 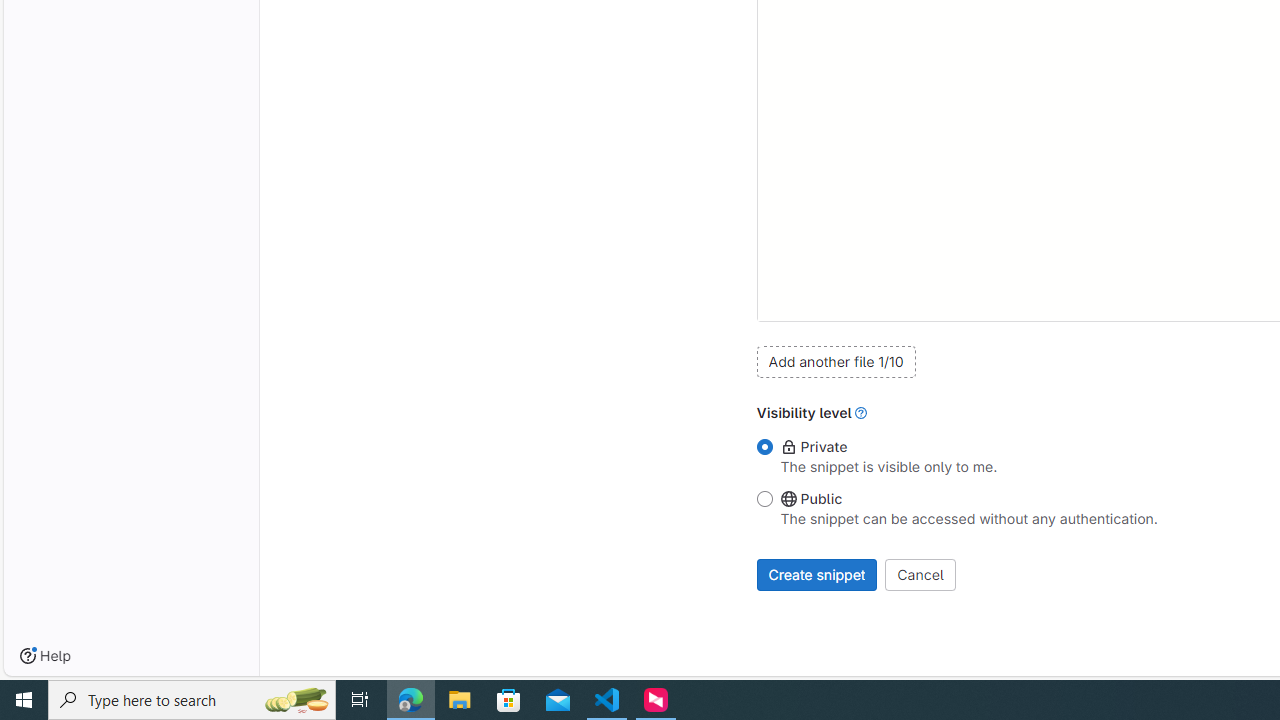 What do you see at coordinates (817, 574) in the screenshot?
I see `'Create snippet'` at bounding box center [817, 574].